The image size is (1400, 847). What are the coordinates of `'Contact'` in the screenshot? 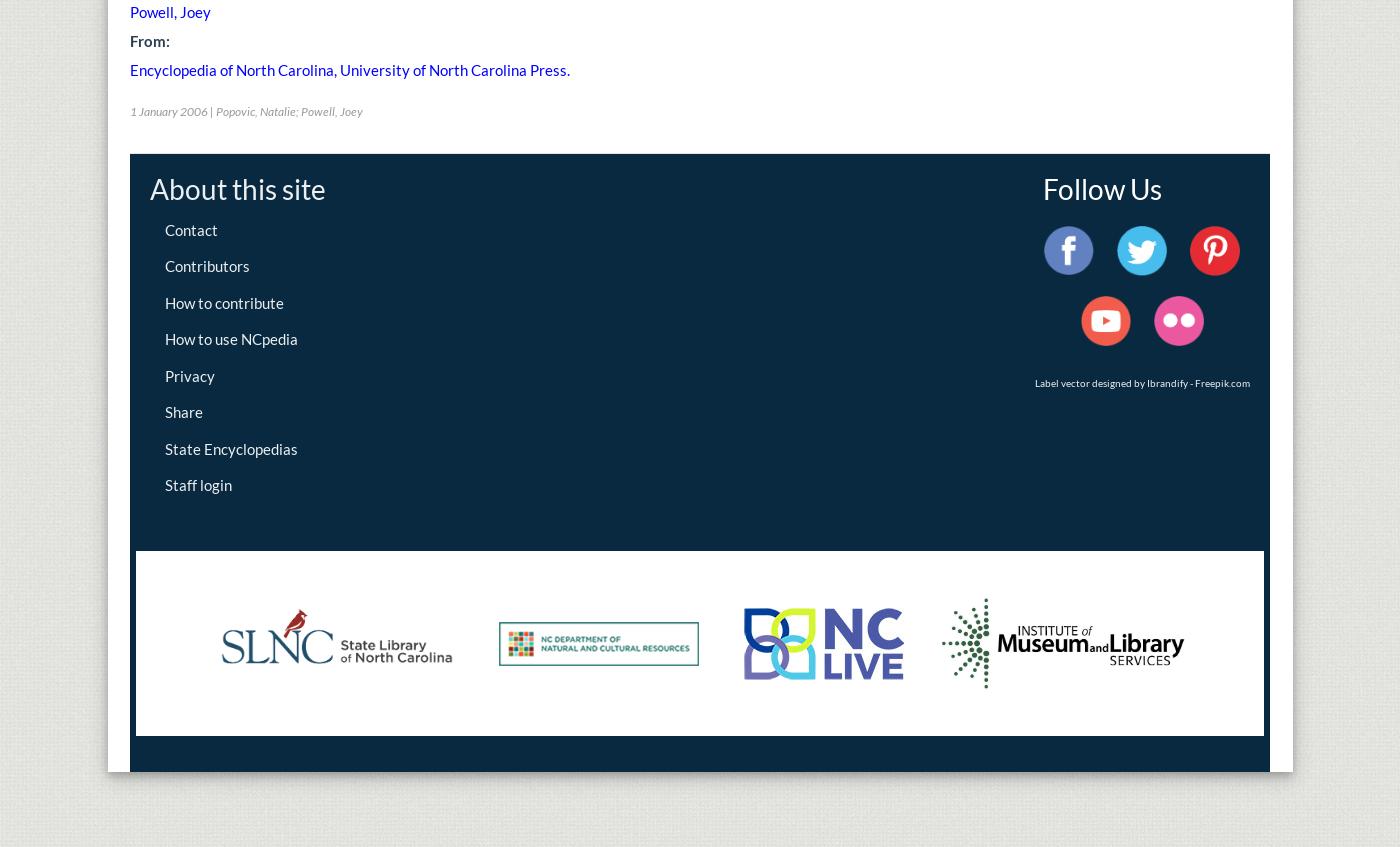 It's located at (191, 229).